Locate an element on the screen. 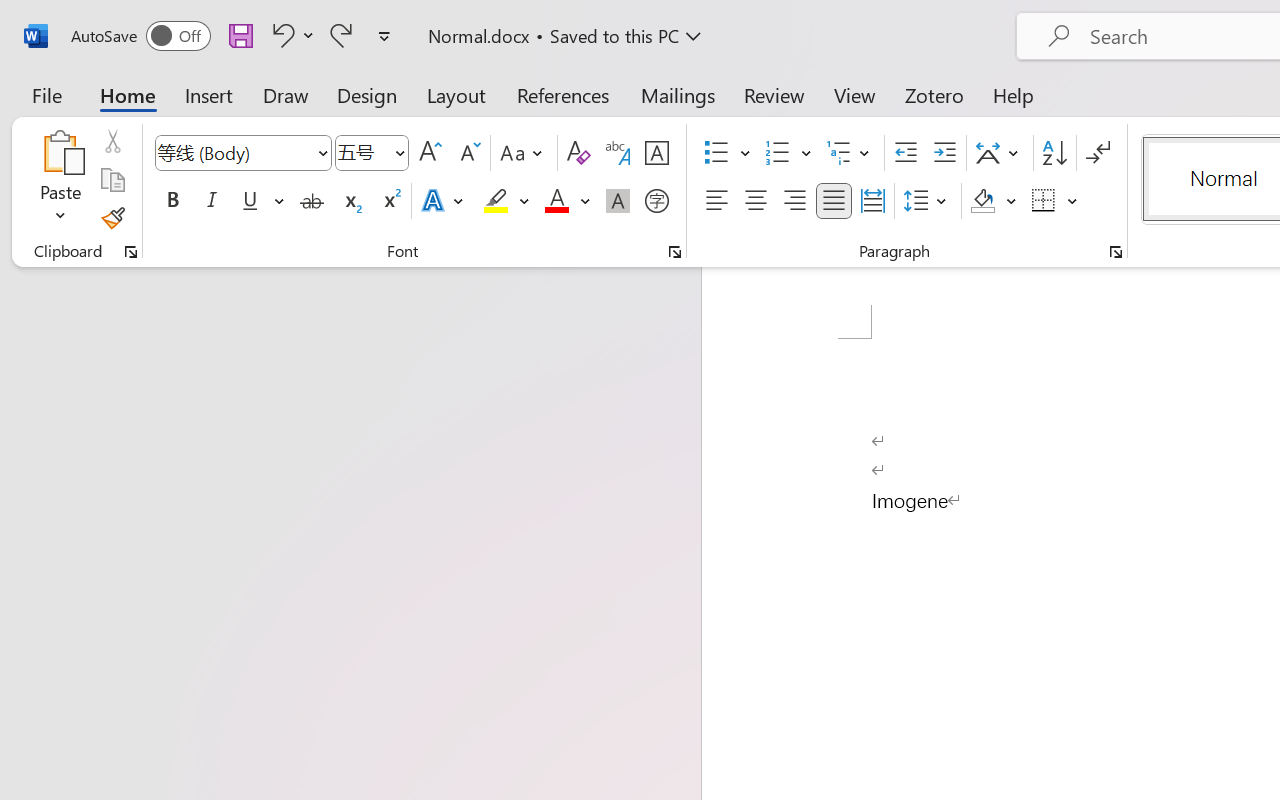  'Center' is located at coordinates (755, 201).